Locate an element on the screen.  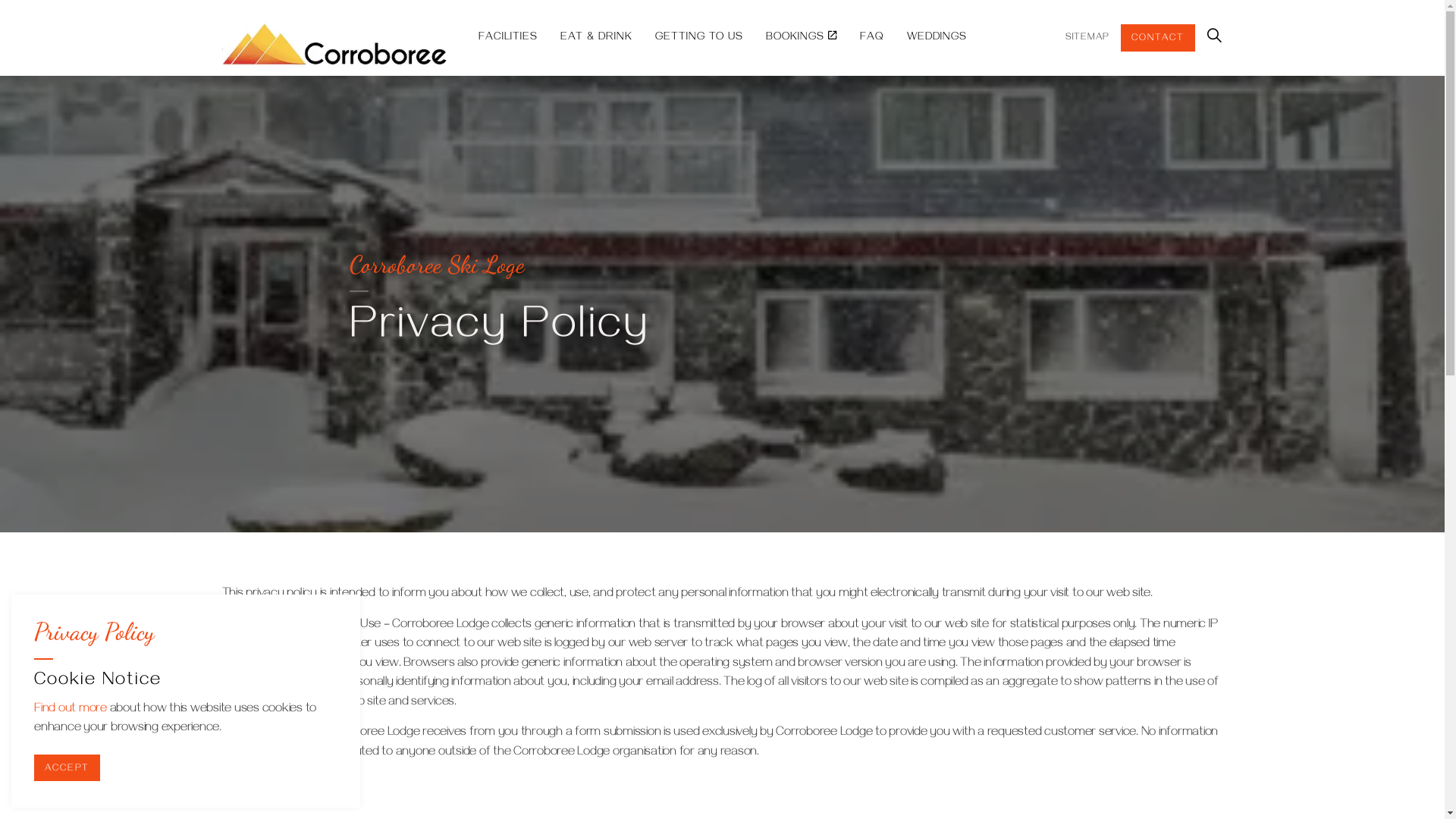
'WEDDINGS' is located at coordinates (935, 37).